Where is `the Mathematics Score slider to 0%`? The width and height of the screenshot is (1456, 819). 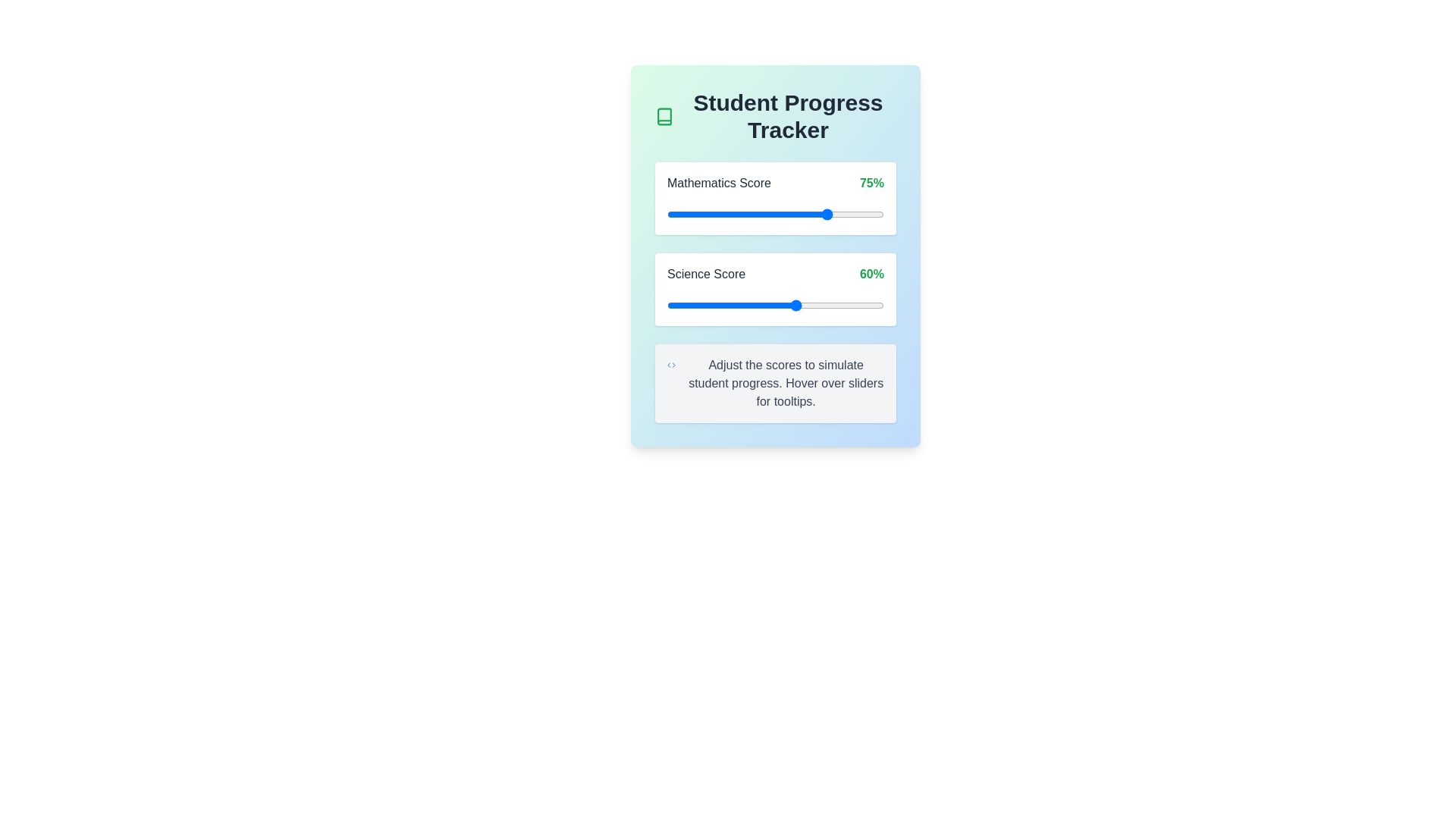 the Mathematics Score slider to 0% is located at coordinates (667, 214).